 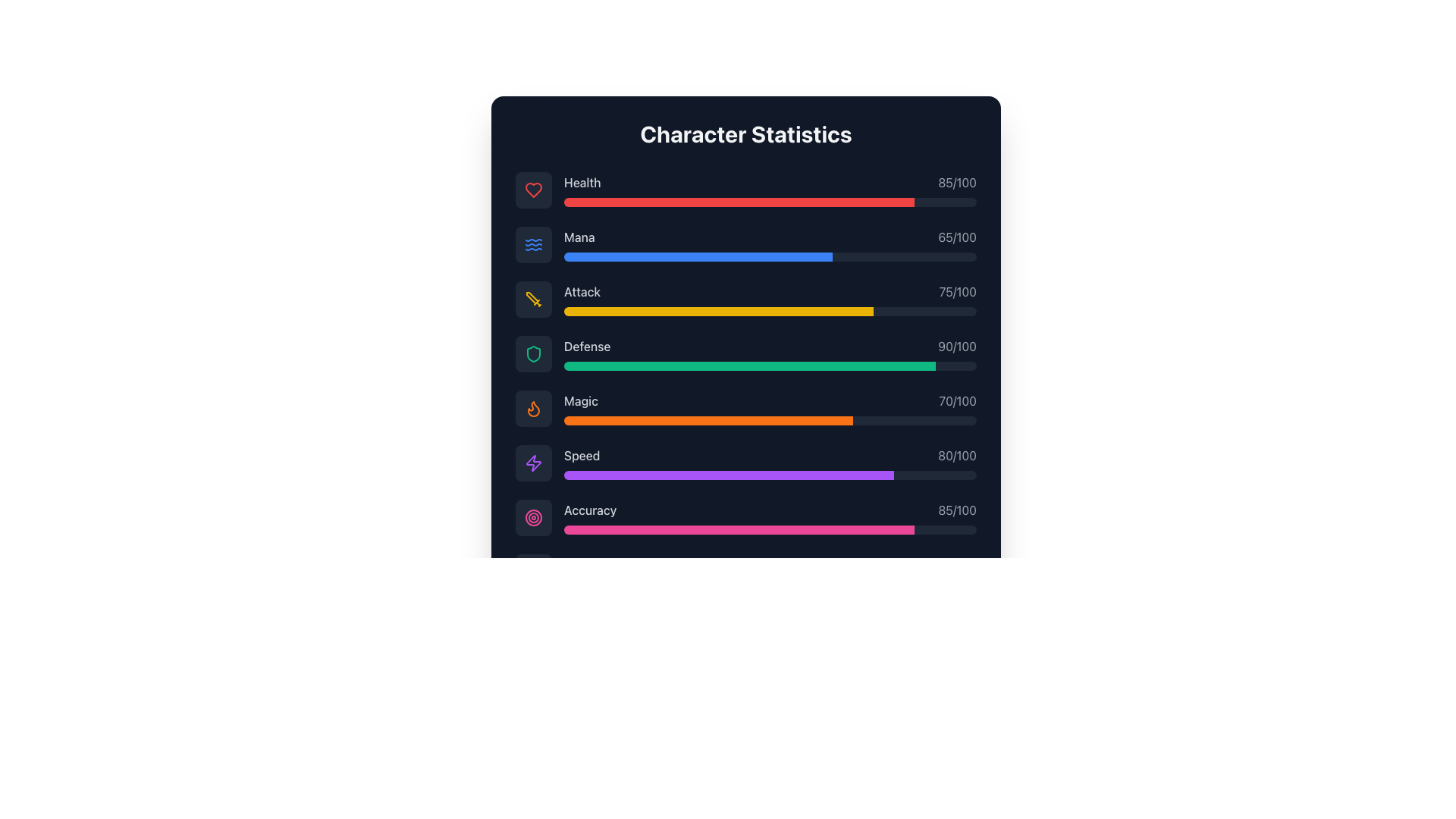 I want to click on the 'Attack' progress bar, which shows a value of '75/100' and is prominently positioned in the character statistics list, so click(x=770, y=299).